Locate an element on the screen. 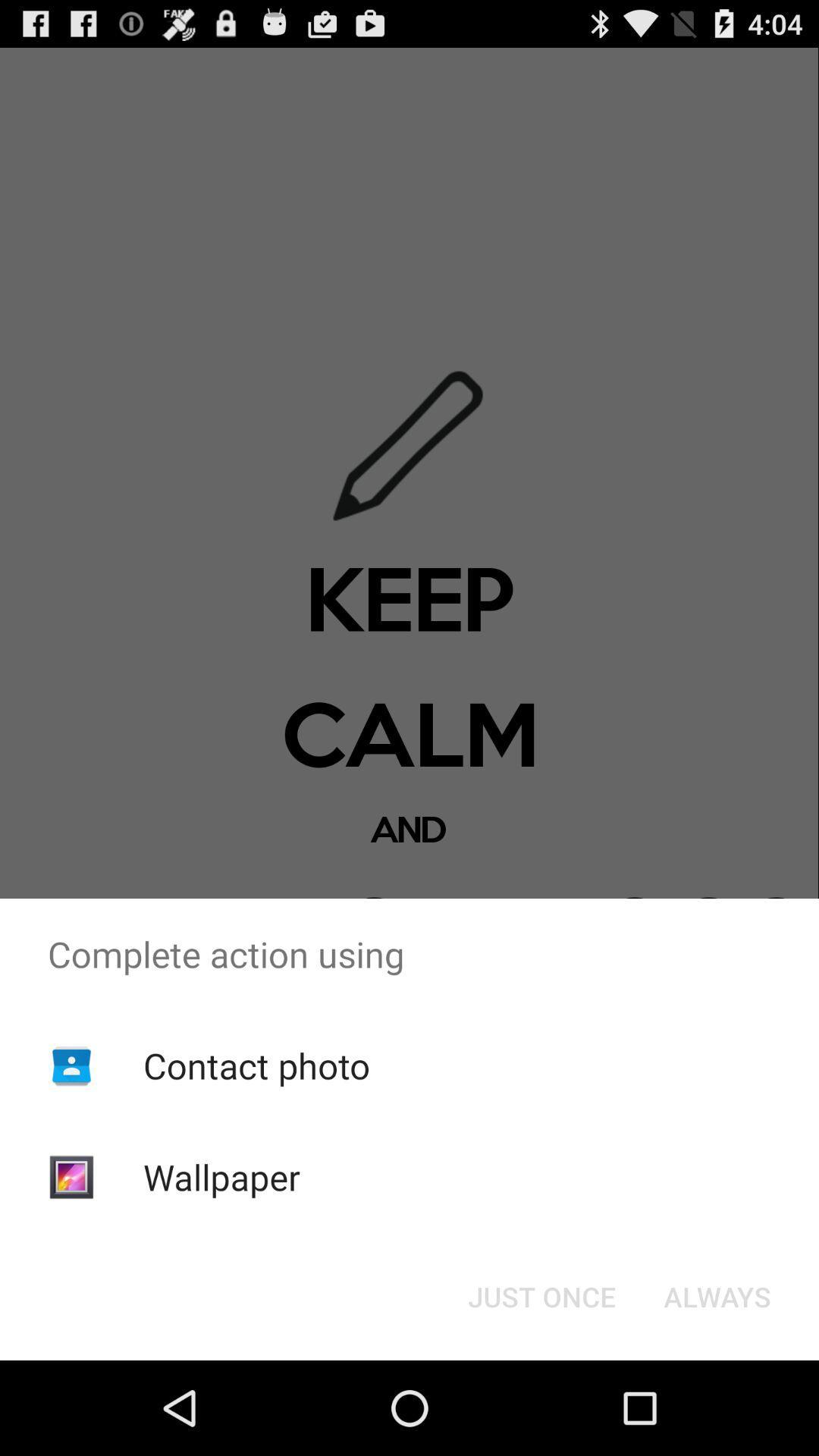 Image resolution: width=819 pixels, height=1456 pixels. the item below complete action using item is located at coordinates (717, 1295).